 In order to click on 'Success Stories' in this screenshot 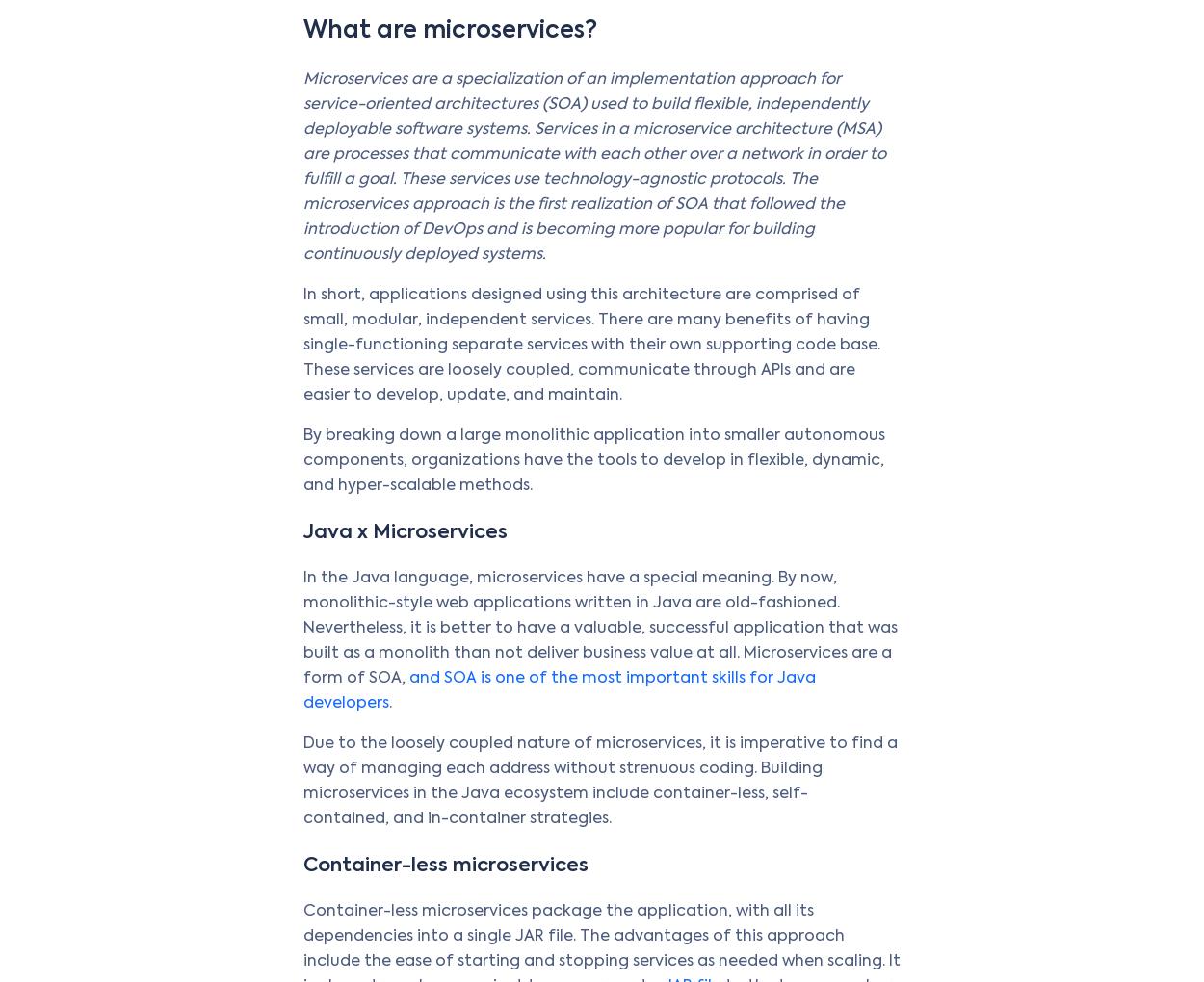, I will do `click(661, 590)`.